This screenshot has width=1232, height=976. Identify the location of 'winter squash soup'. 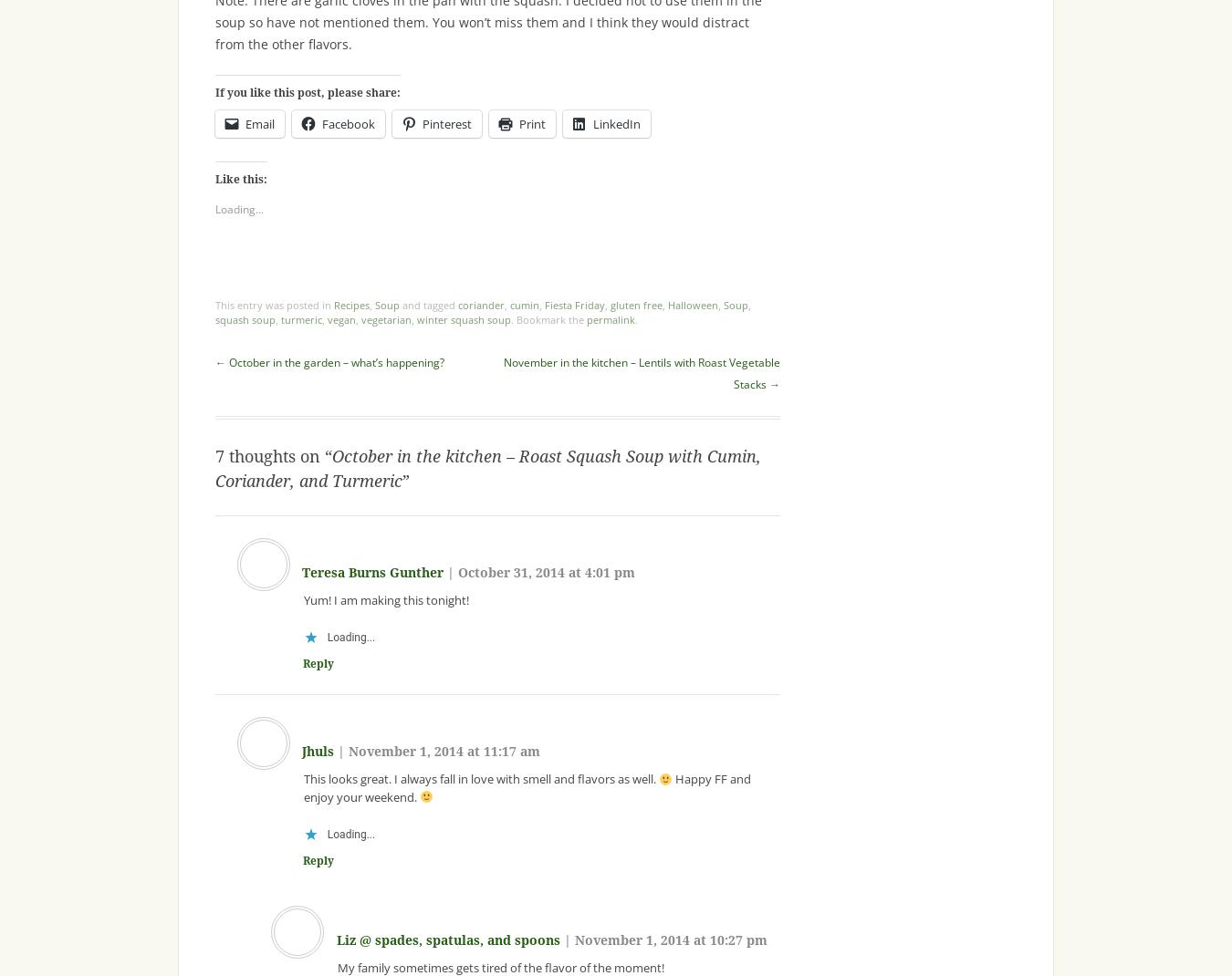
(463, 319).